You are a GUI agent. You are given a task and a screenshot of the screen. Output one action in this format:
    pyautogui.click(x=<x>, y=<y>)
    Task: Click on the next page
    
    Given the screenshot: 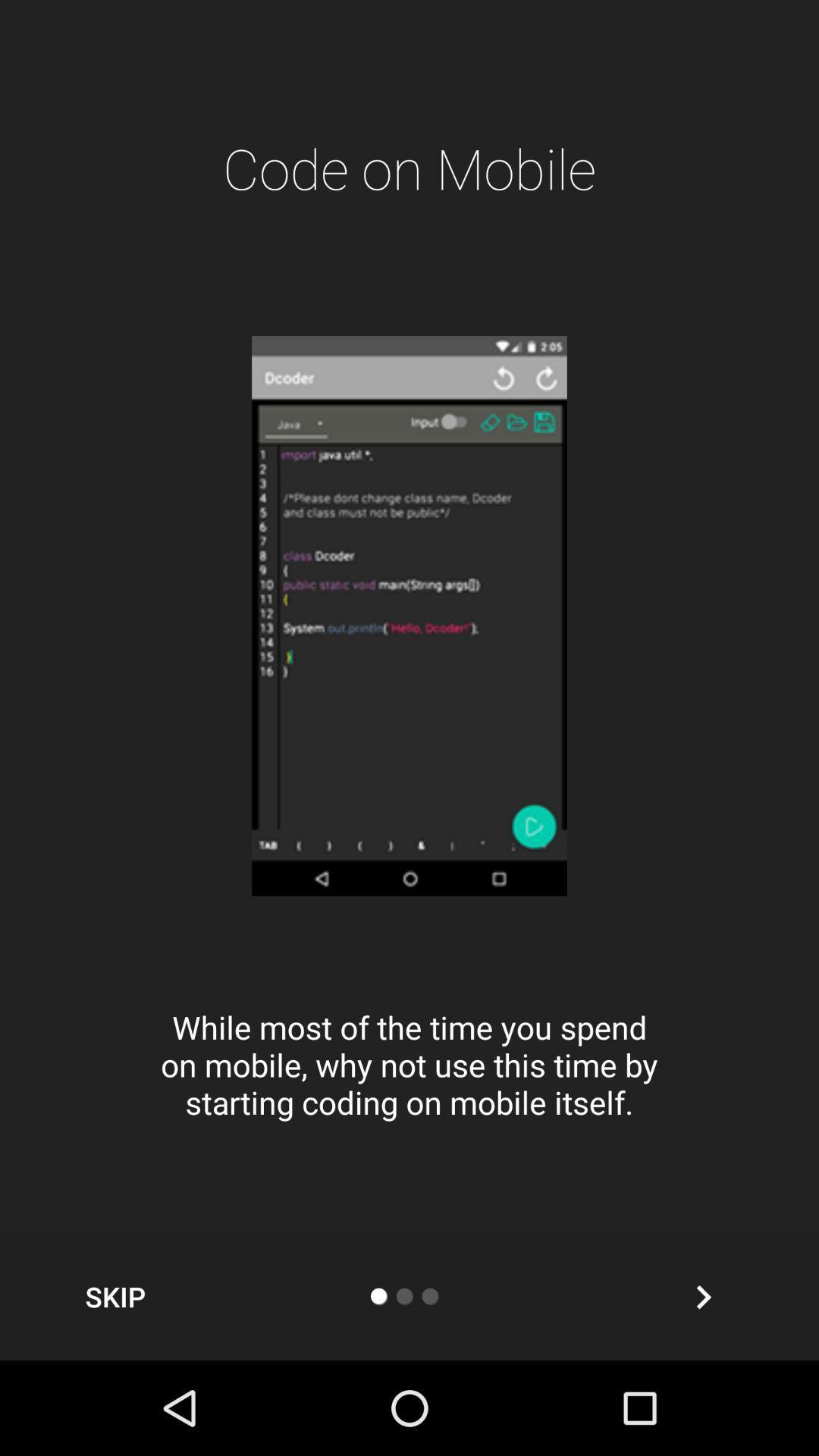 What is the action you would take?
    pyautogui.click(x=703, y=1296)
    